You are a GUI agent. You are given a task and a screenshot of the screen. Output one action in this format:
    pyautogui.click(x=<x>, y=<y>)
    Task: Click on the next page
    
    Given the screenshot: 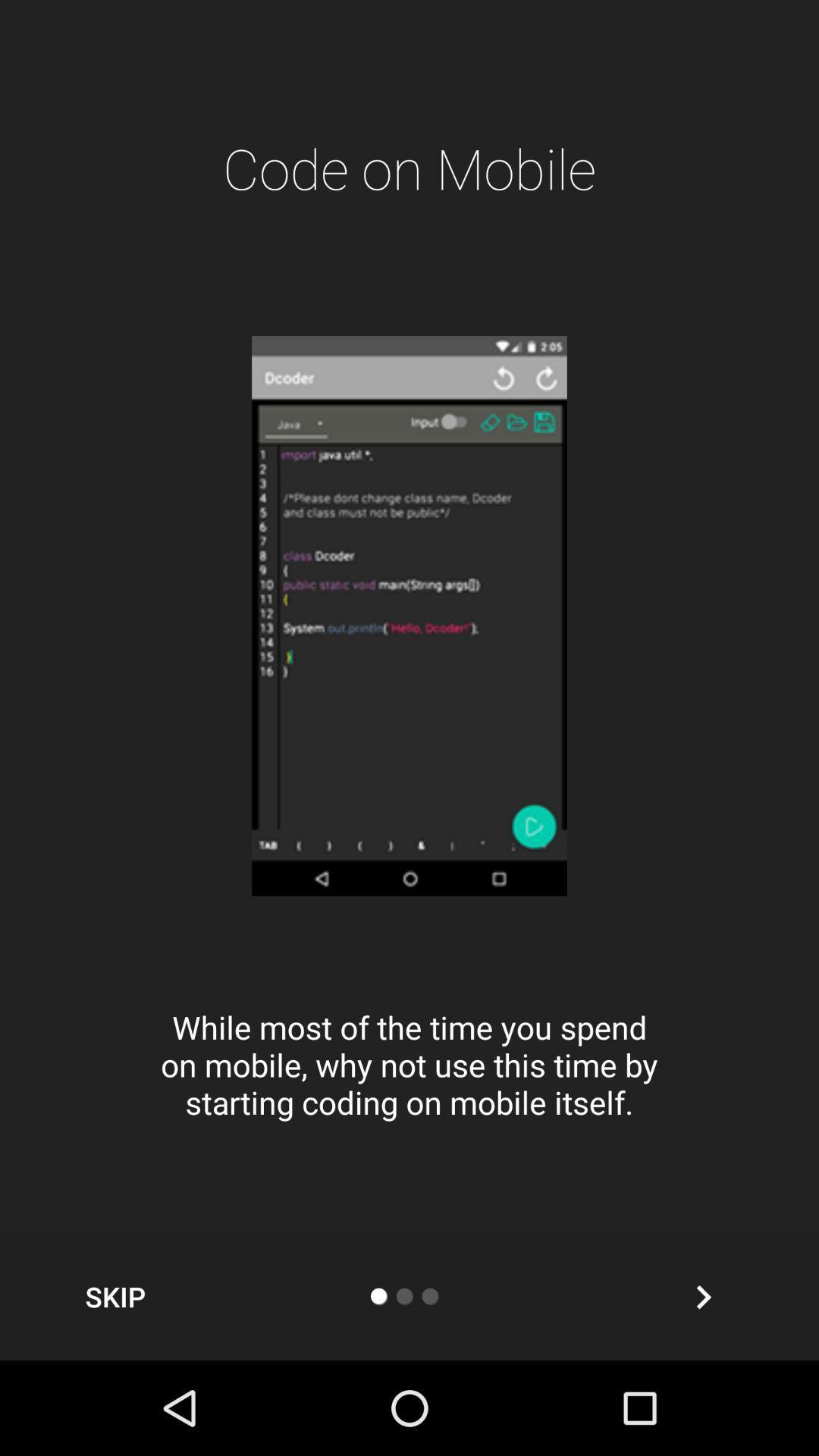 What is the action you would take?
    pyautogui.click(x=703, y=1296)
    